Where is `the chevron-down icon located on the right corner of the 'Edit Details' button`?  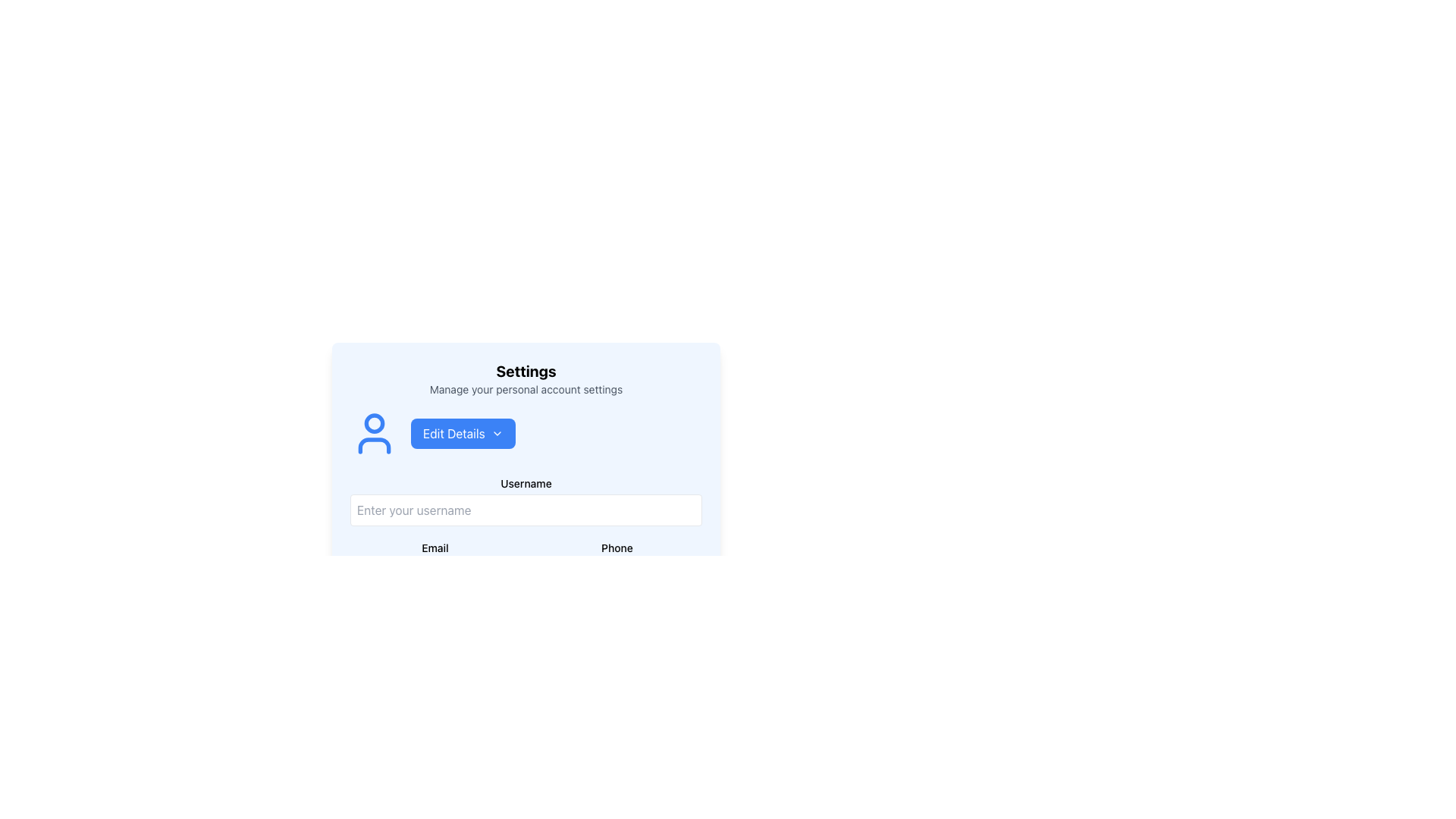 the chevron-down icon located on the right corner of the 'Edit Details' button is located at coordinates (497, 433).